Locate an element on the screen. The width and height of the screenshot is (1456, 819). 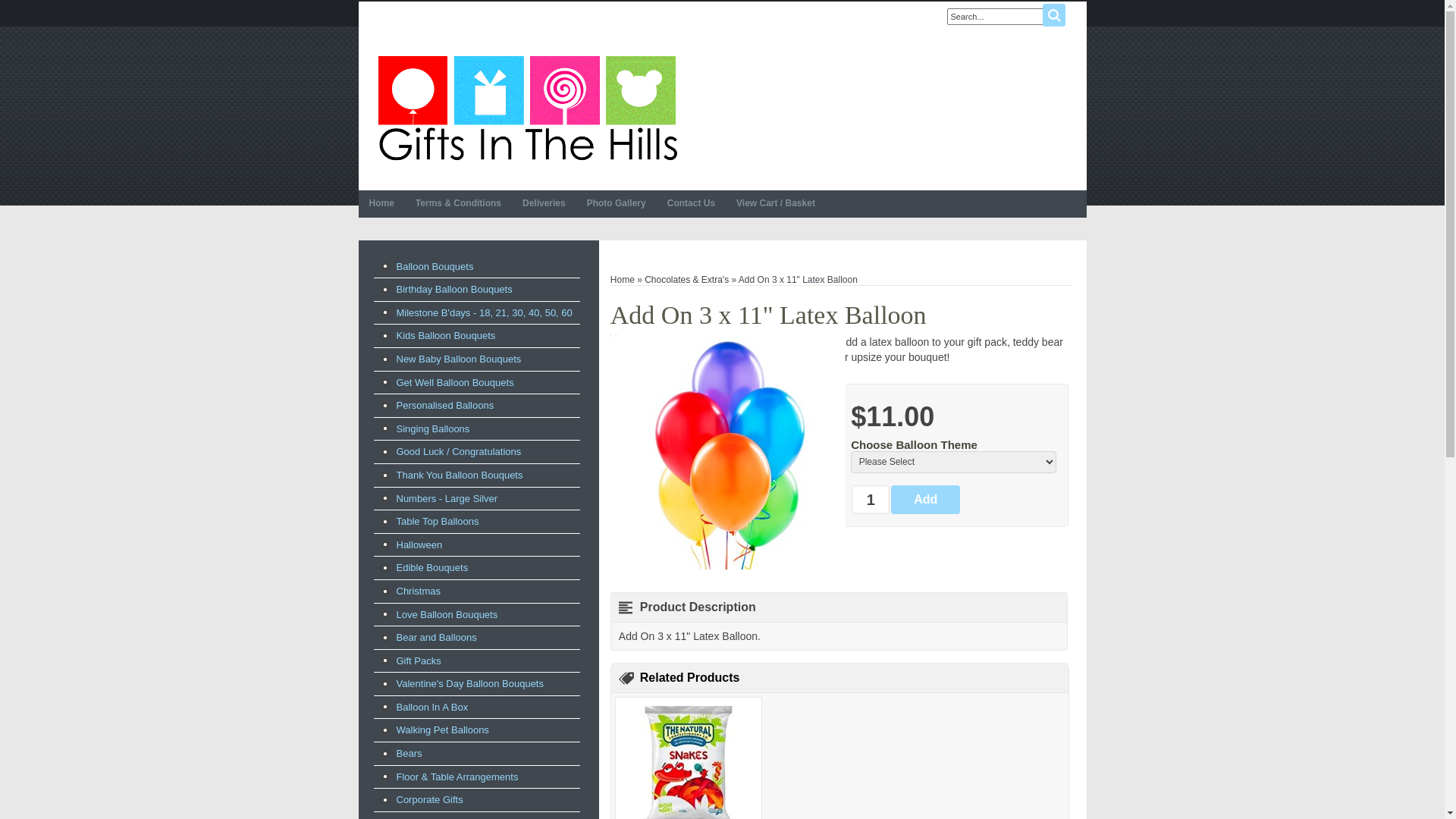
'Photo Gallery' is located at coordinates (575, 203).